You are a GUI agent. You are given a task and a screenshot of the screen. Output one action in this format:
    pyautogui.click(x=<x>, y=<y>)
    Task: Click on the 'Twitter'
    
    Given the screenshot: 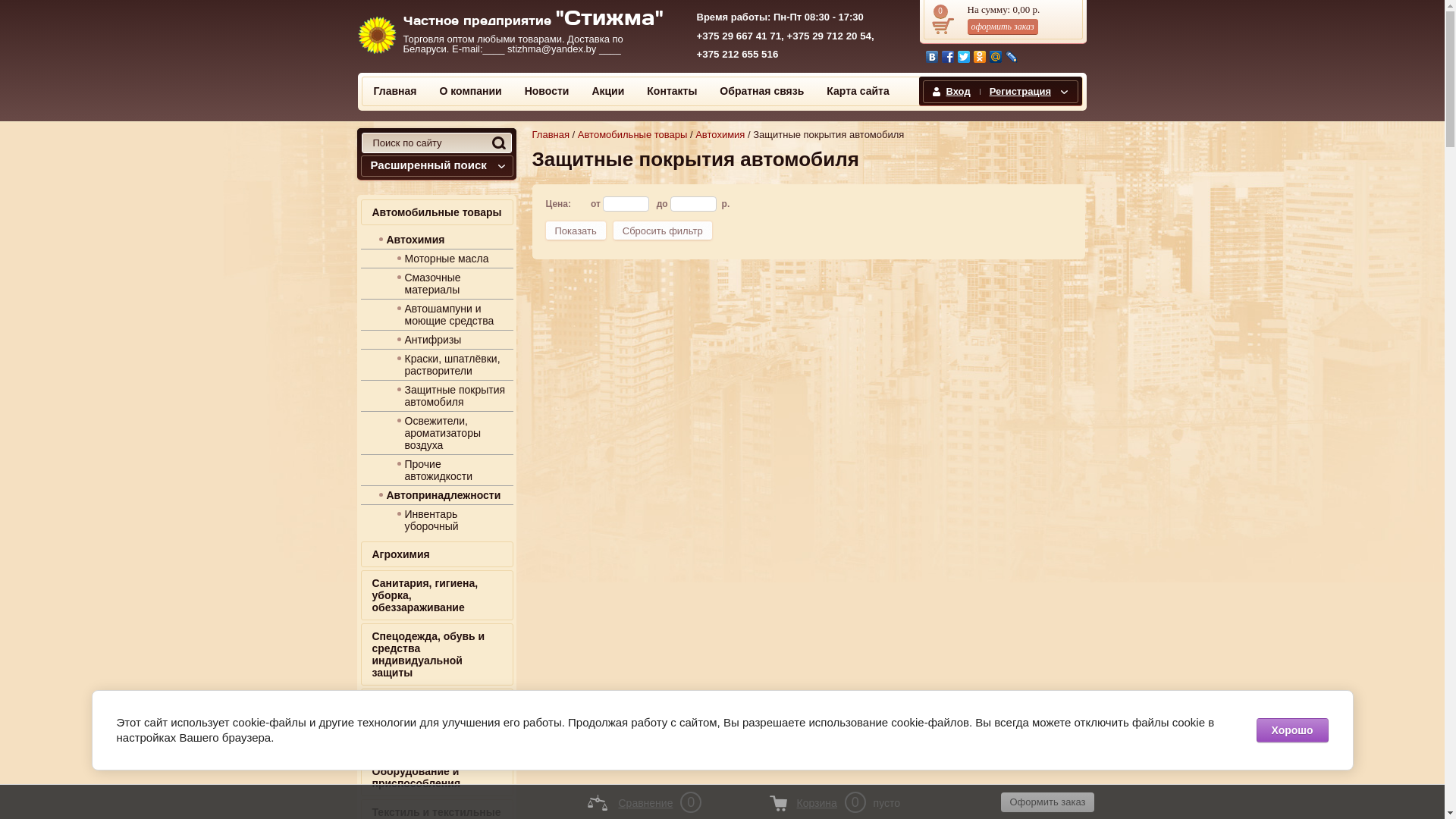 What is the action you would take?
    pyautogui.click(x=962, y=55)
    